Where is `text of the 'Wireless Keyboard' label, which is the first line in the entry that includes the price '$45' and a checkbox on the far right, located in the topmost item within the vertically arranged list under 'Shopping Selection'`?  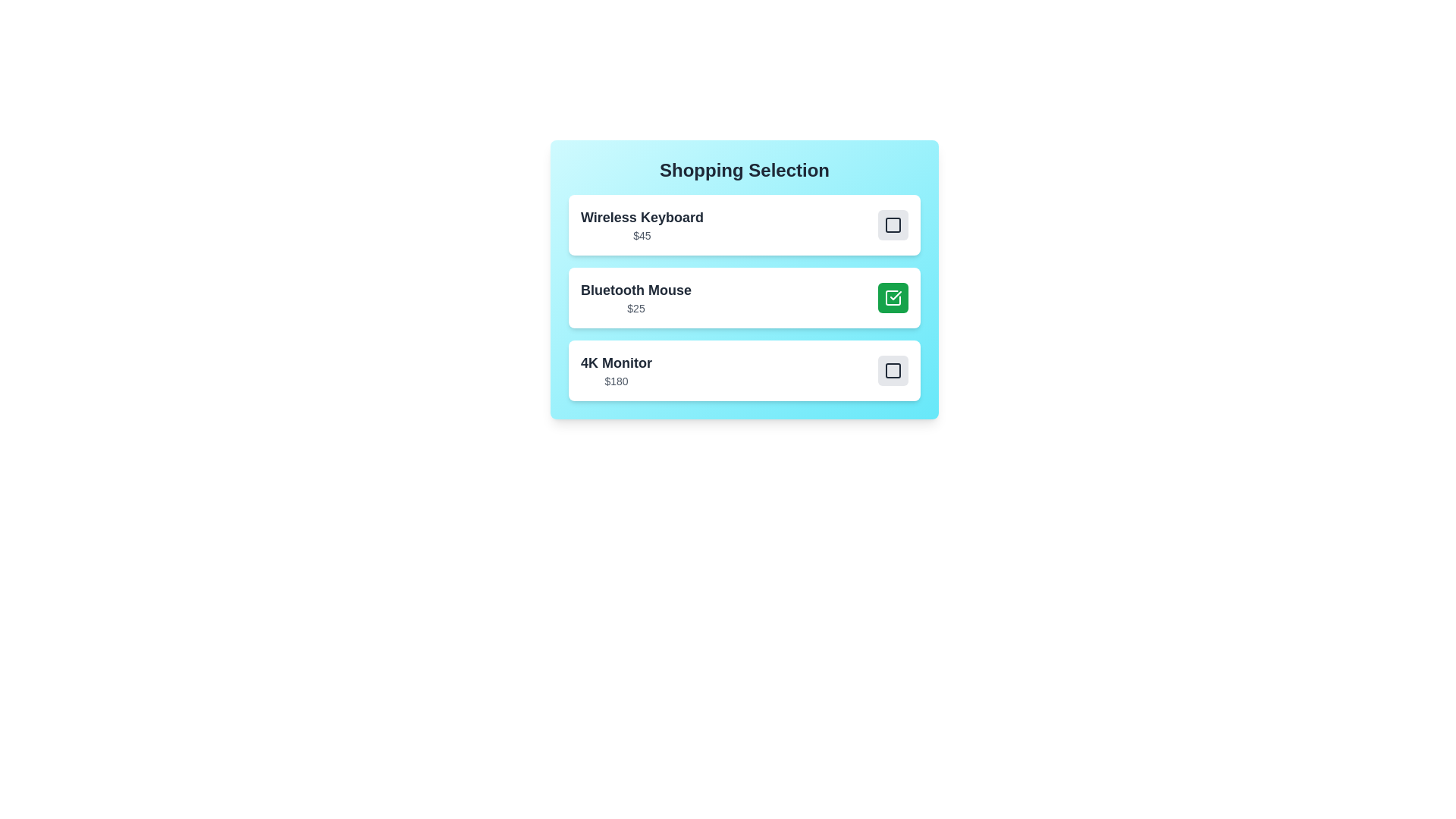 text of the 'Wireless Keyboard' label, which is the first line in the entry that includes the price '$45' and a checkbox on the far right, located in the topmost item within the vertically arranged list under 'Shopping Selection' is located at coordinates (642, 217).